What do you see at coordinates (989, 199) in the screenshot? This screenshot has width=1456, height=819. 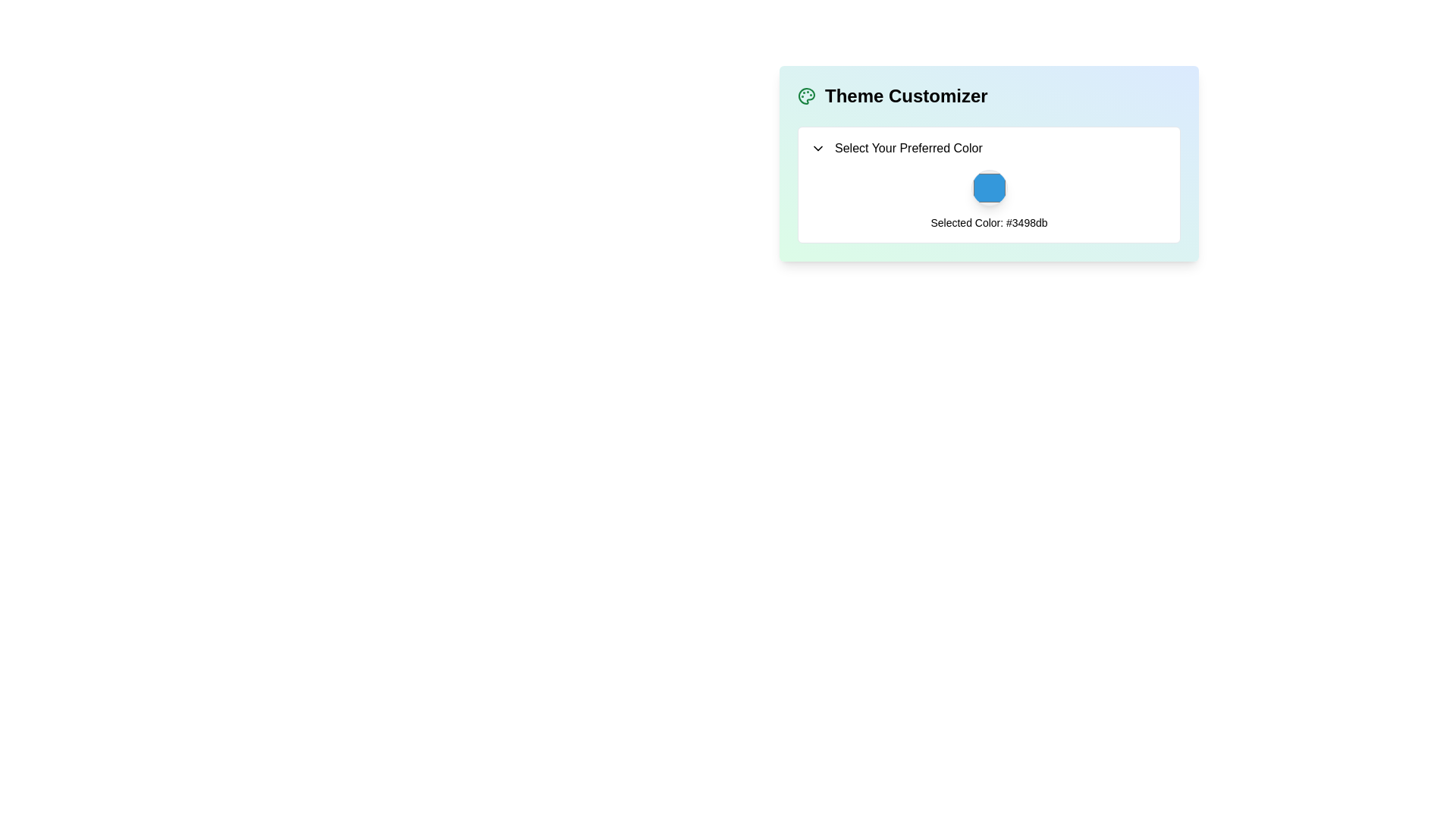 I see `the blue circular Color Display Icon representing the selected color, which is displayed above the text 'Selected Color: #3498db' in the Theme Customizer card` at bounding box center [989, 199].